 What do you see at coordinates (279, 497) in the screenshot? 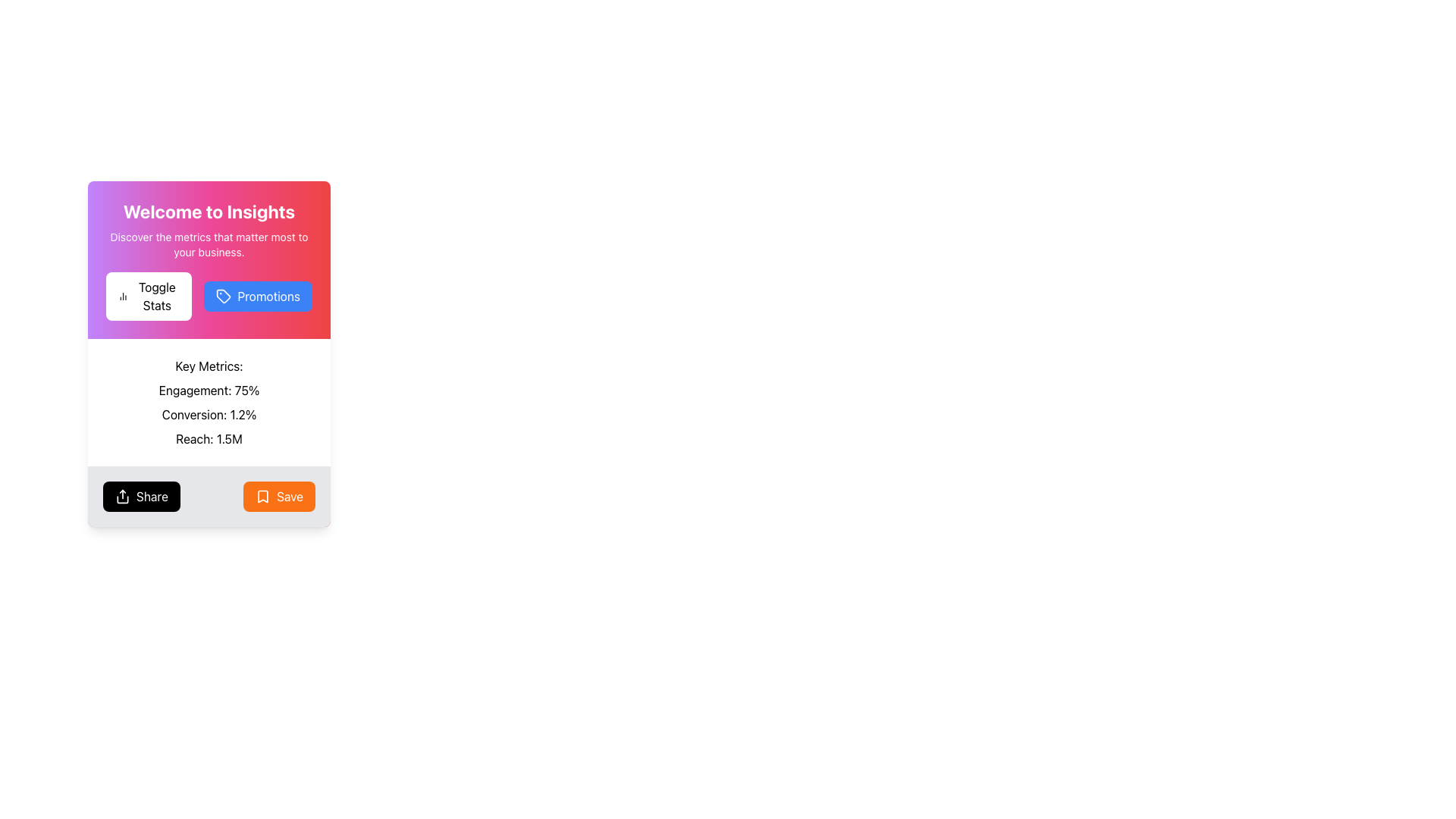
I see `the save button located towards the bottom-right of the light gray section, which is interactive for saving content or settings` at bounding box center [279, 497].